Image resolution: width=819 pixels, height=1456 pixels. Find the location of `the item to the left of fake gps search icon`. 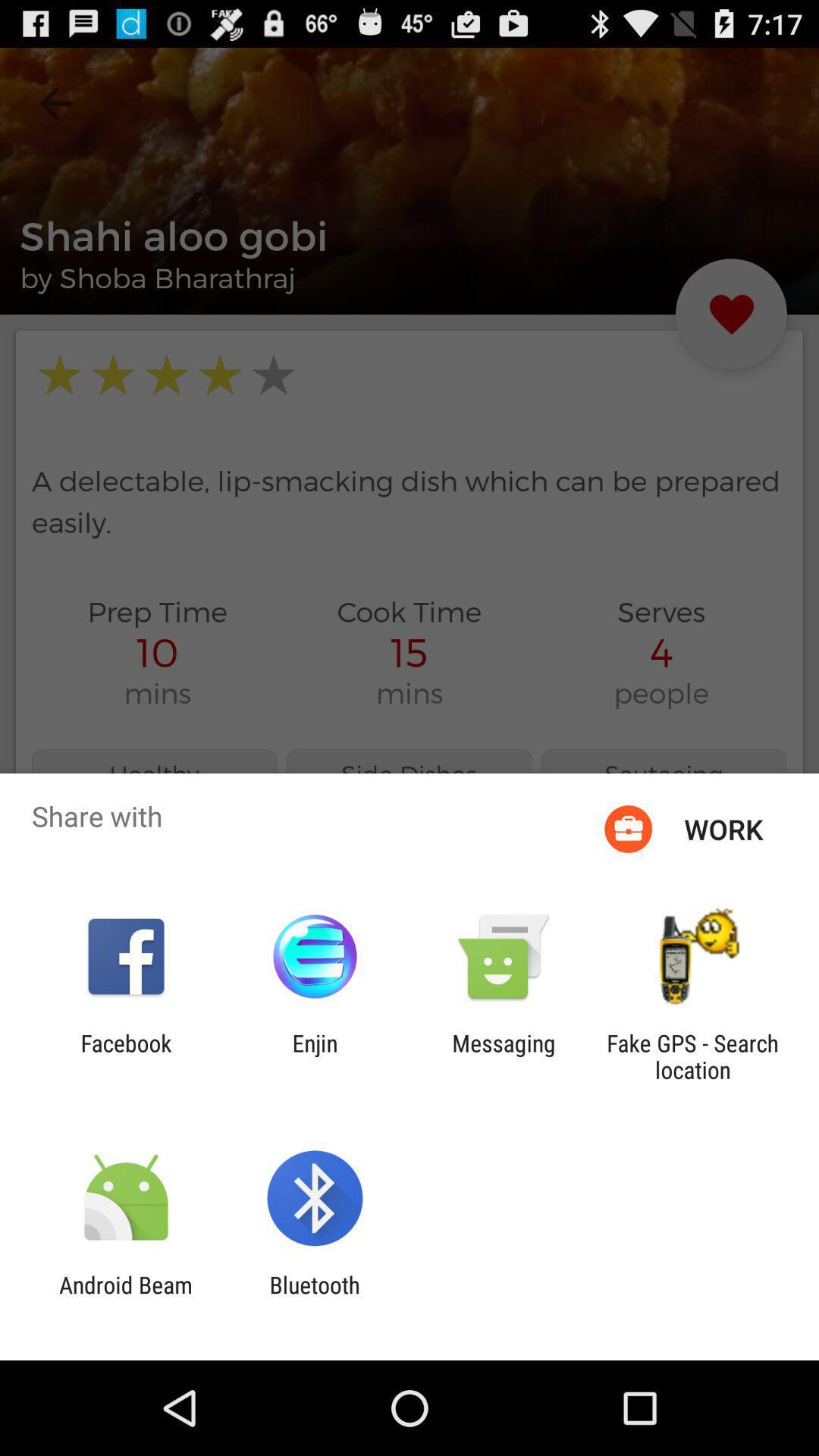

the item to the left of fake gps search icon is located at coordinates (504, 1056).